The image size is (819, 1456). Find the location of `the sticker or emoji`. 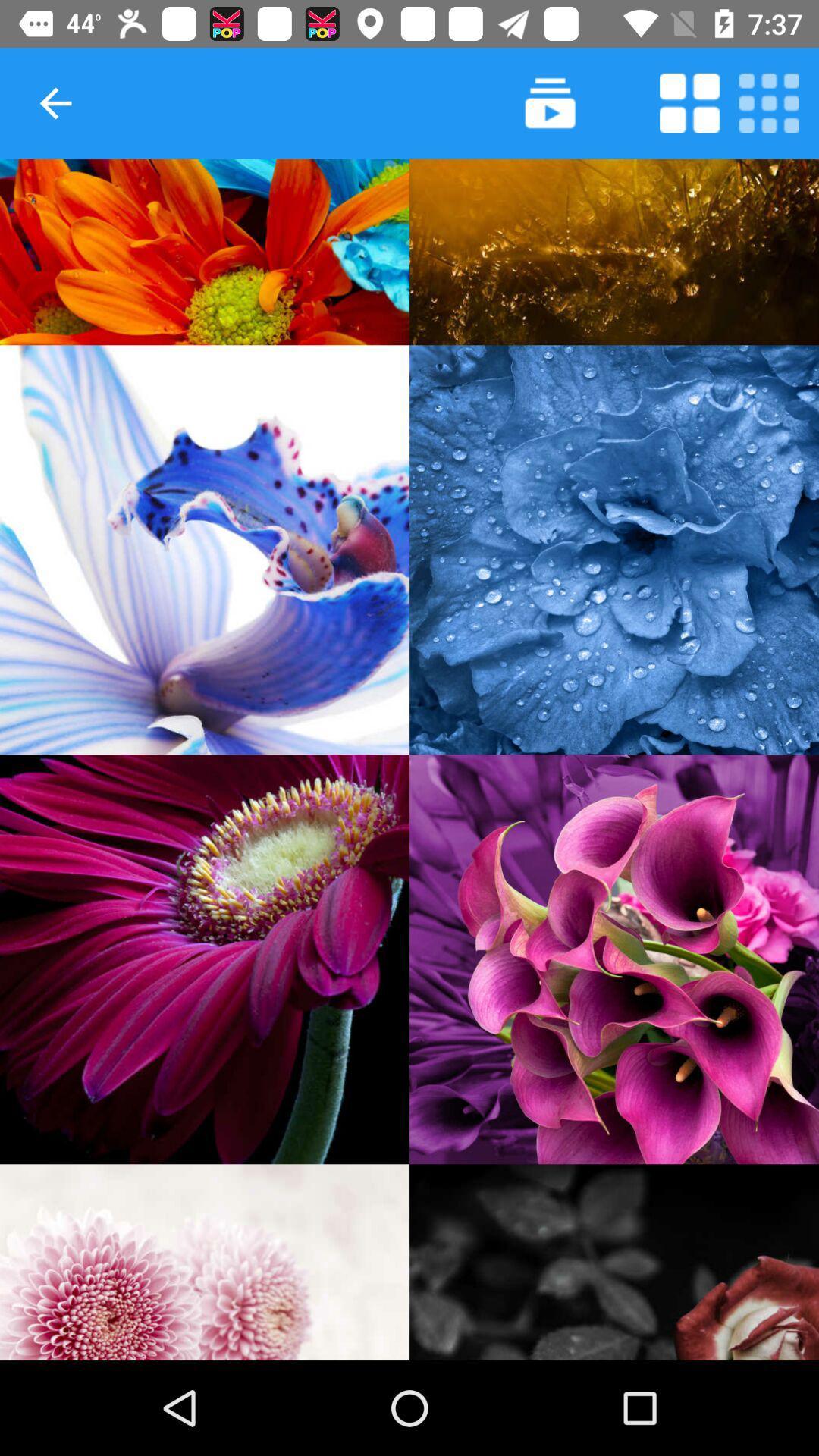

the sticker or emoji is located at coordinates (614, 1262).